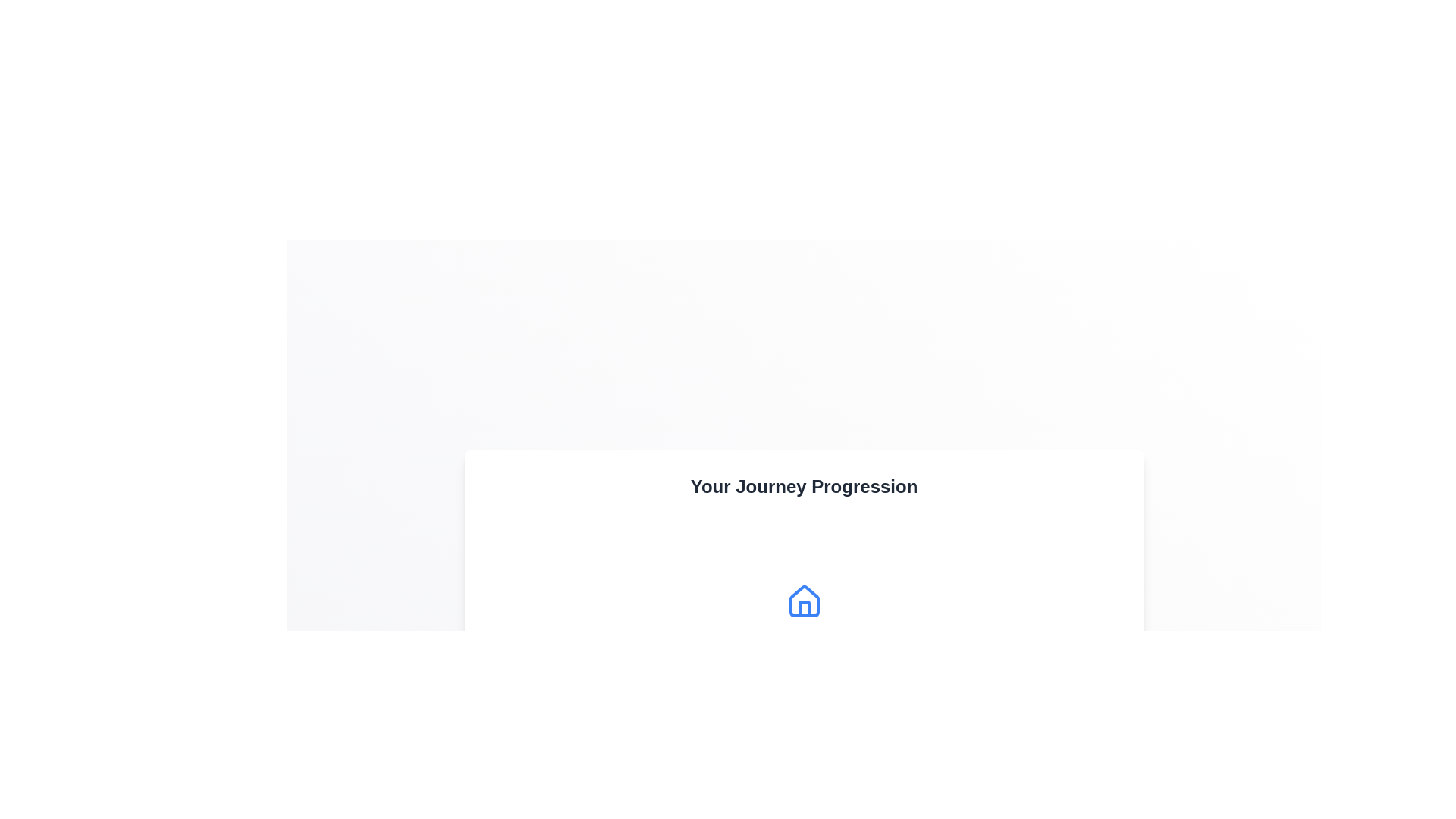 Image resolution: width=1456 pixels, height=819 pixels. I want to click on the decorative or informative icon area located within the card titled 'Your Journey Progression', so click(803, 601).